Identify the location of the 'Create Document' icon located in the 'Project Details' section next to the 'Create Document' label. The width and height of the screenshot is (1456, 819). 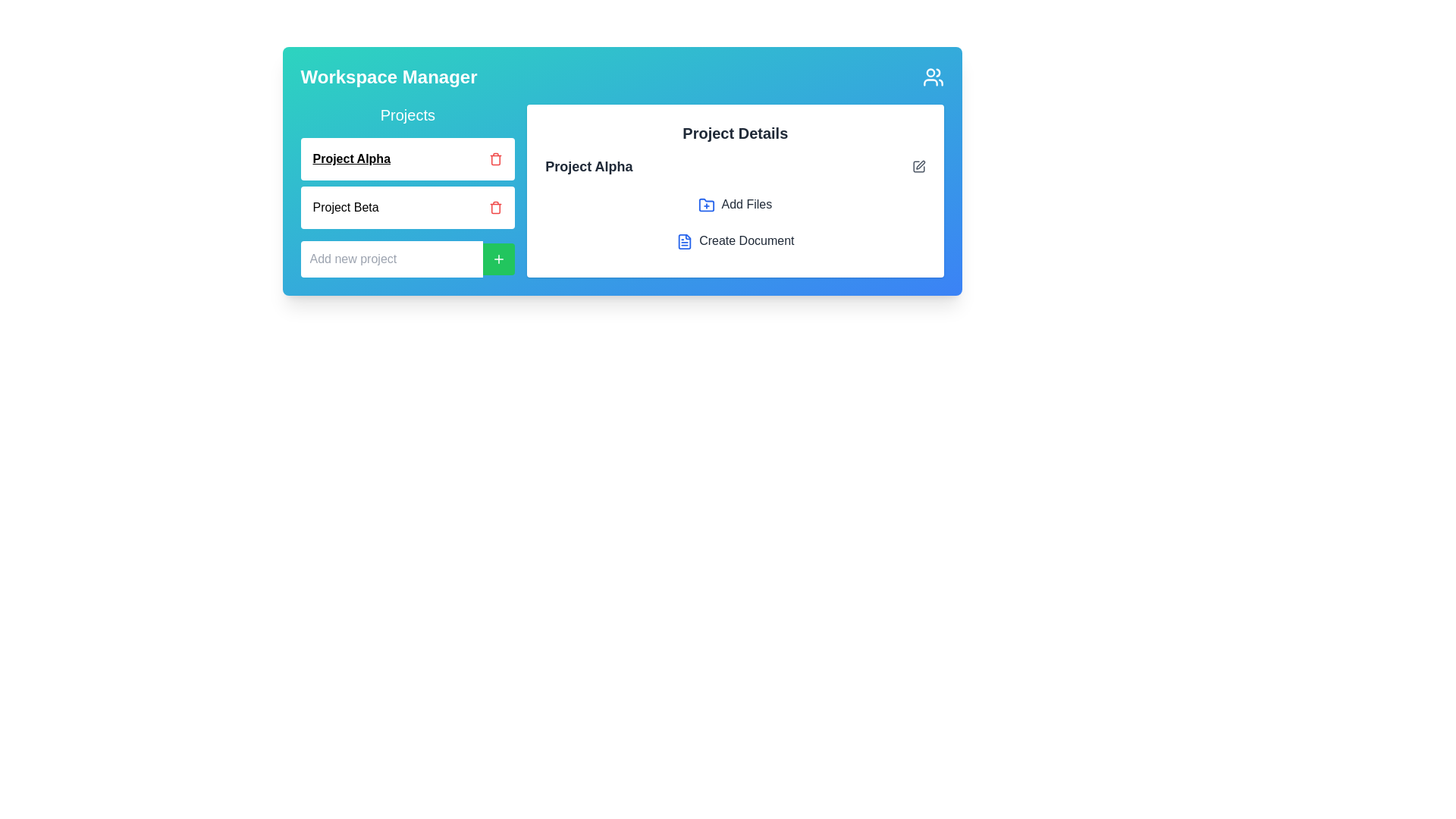
(684, 240).